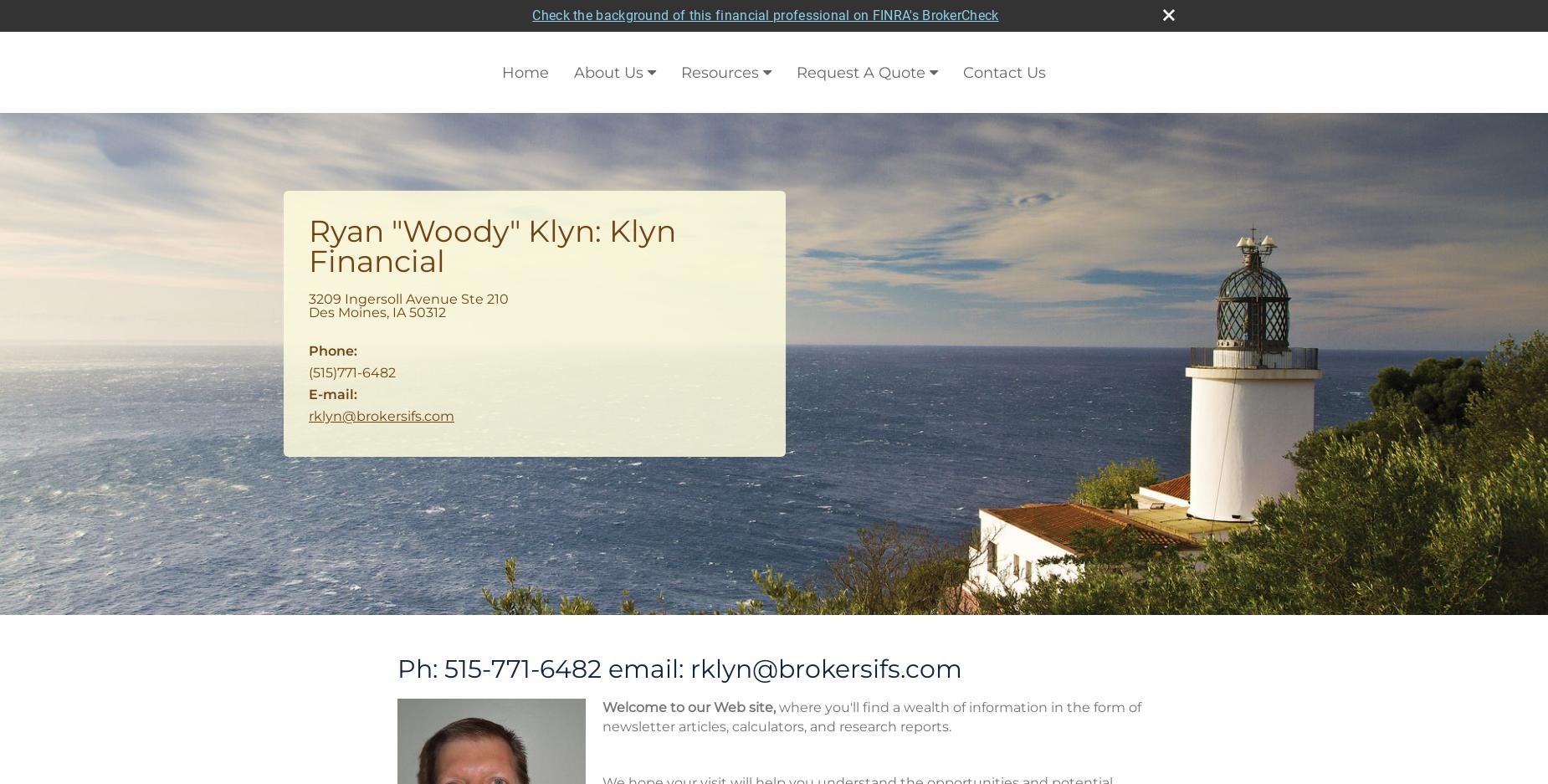 This screenshot has width=1548, height=784. What do you see at coordinates (308, 710) in the screenshot?
I see `'How much do you need to save each year to meet your long-term financial goals?'` at bounding box center [308, 710].